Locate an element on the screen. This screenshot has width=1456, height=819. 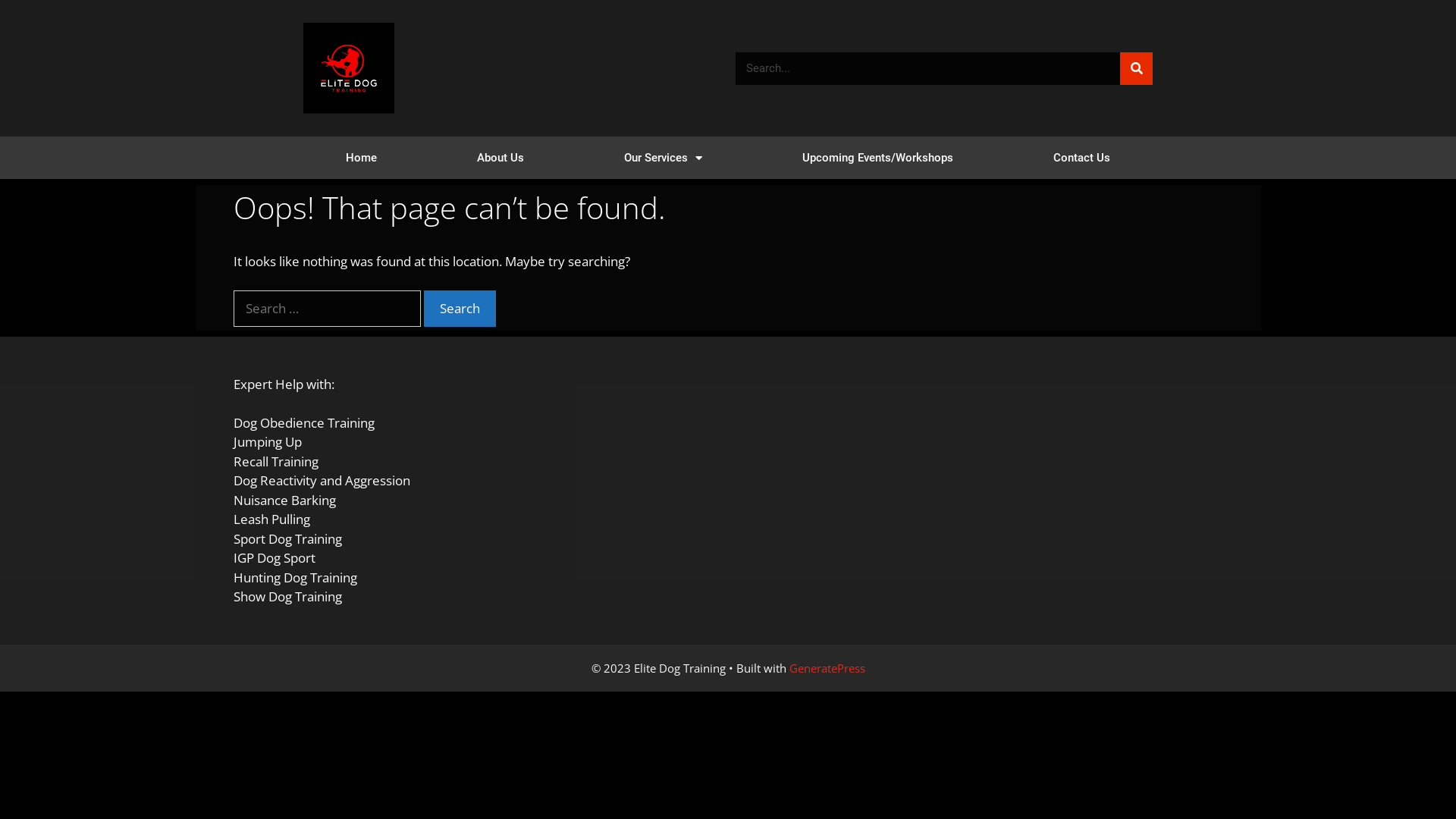
'Contact Us' is located at coordinates (1003, 158).